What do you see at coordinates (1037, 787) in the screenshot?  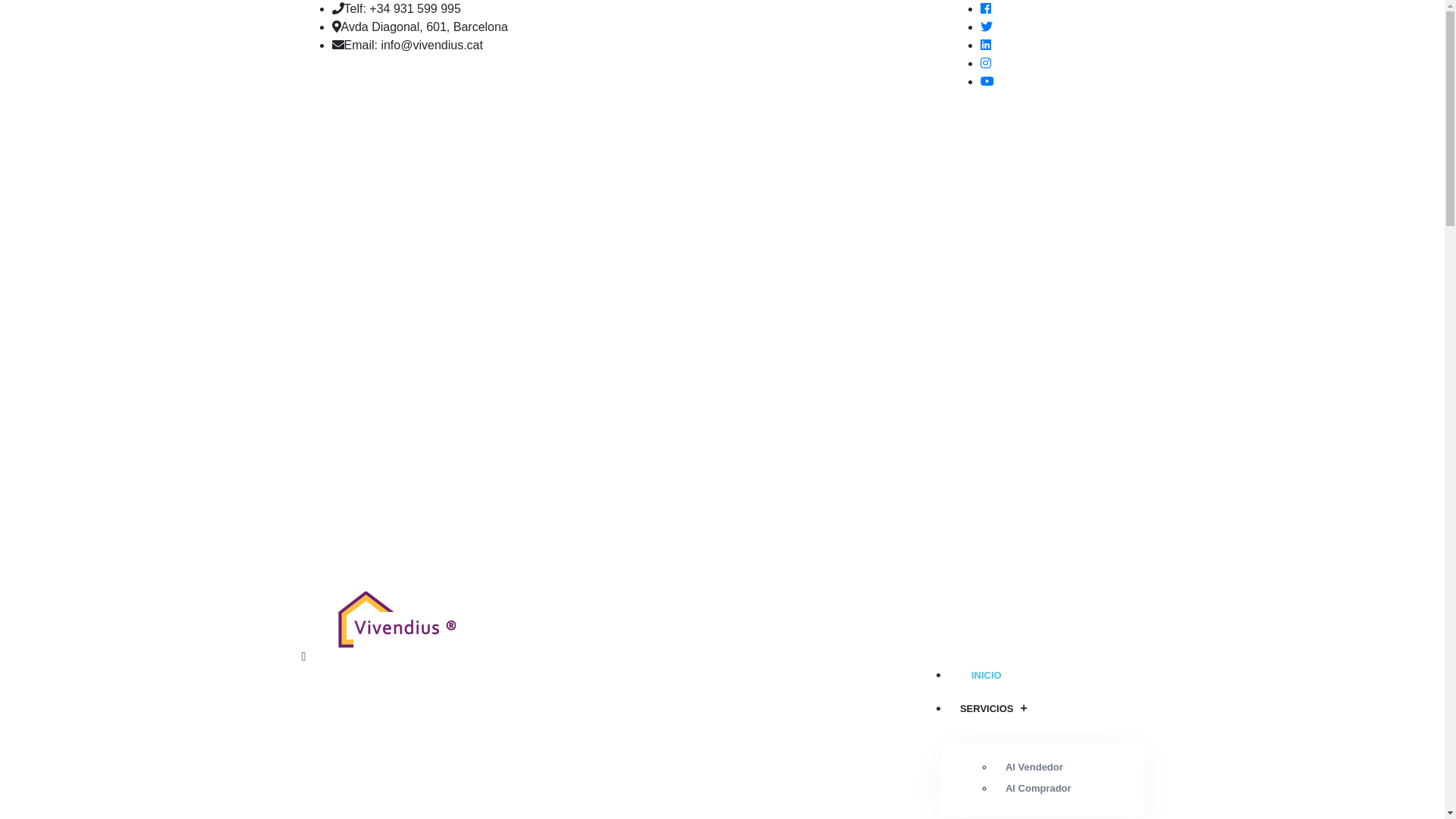 I see `'Al Comprador'` at bounding box center [1037, 787].